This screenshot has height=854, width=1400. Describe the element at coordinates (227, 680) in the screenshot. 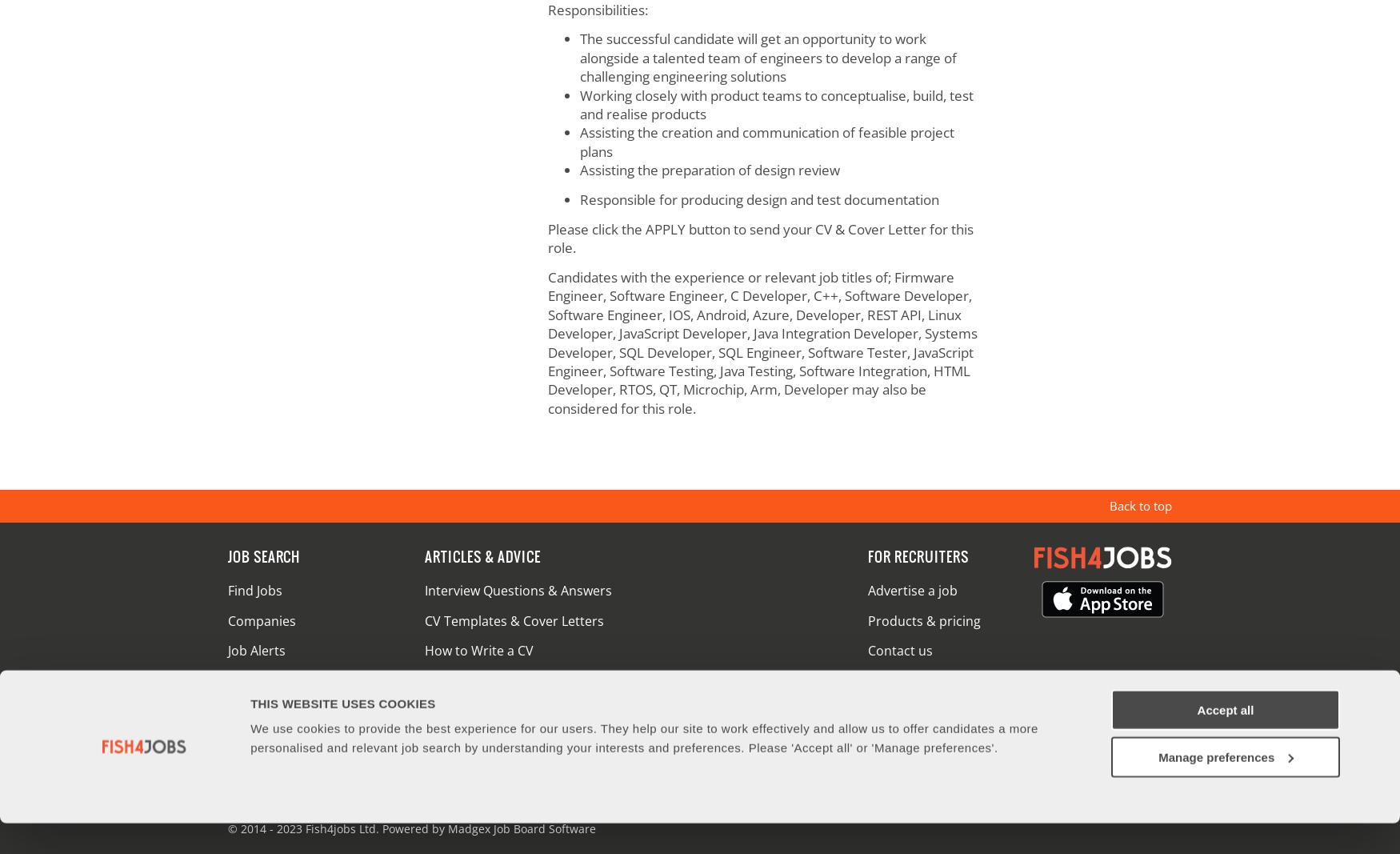

I see `'Upload CV'` at that location.